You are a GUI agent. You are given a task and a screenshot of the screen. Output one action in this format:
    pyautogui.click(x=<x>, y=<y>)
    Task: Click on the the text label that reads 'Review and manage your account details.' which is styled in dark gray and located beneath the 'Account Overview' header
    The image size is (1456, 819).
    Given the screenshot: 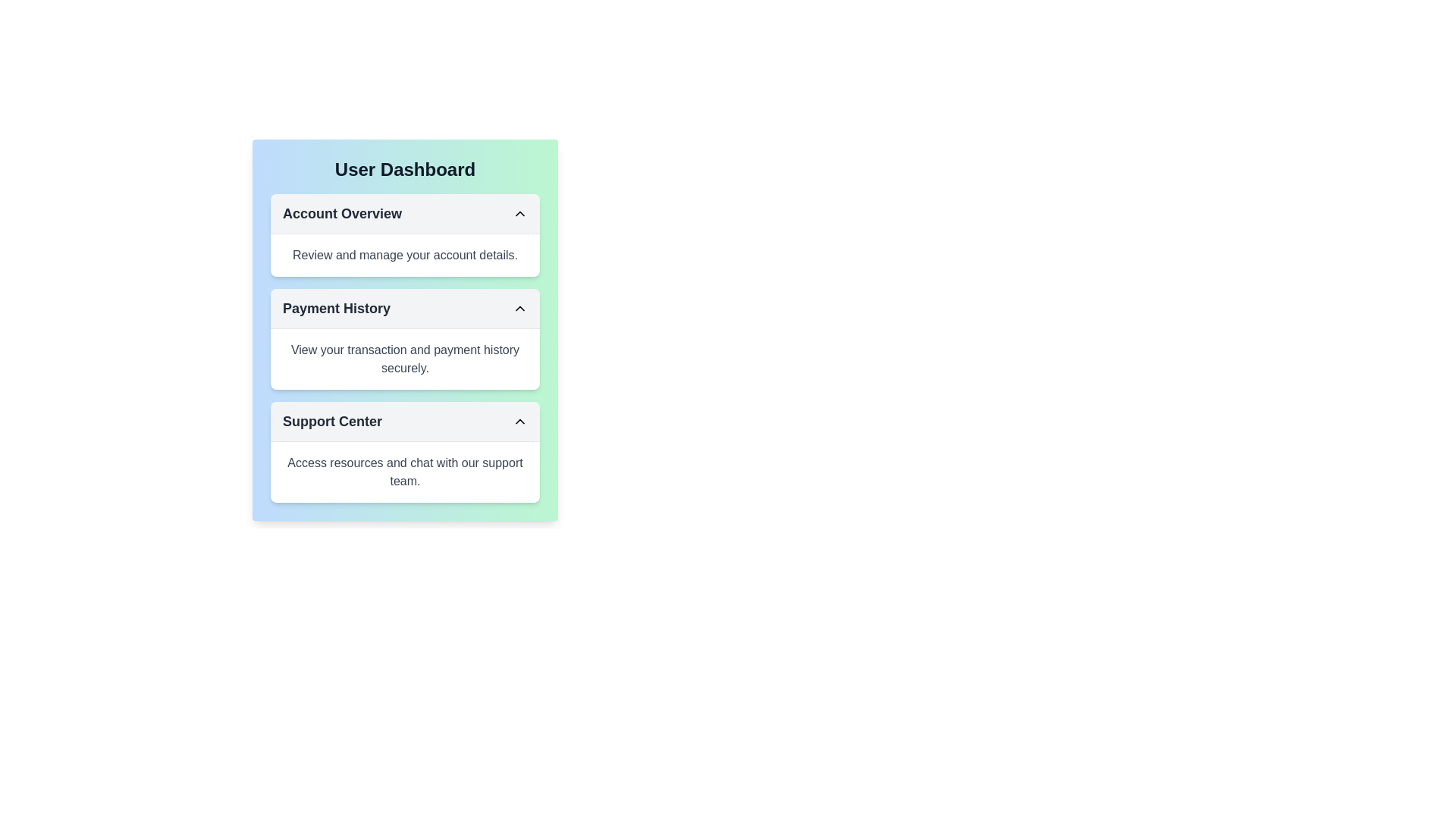 What is the action you would take?
    pyautogui.click(x=405, y=254)
    